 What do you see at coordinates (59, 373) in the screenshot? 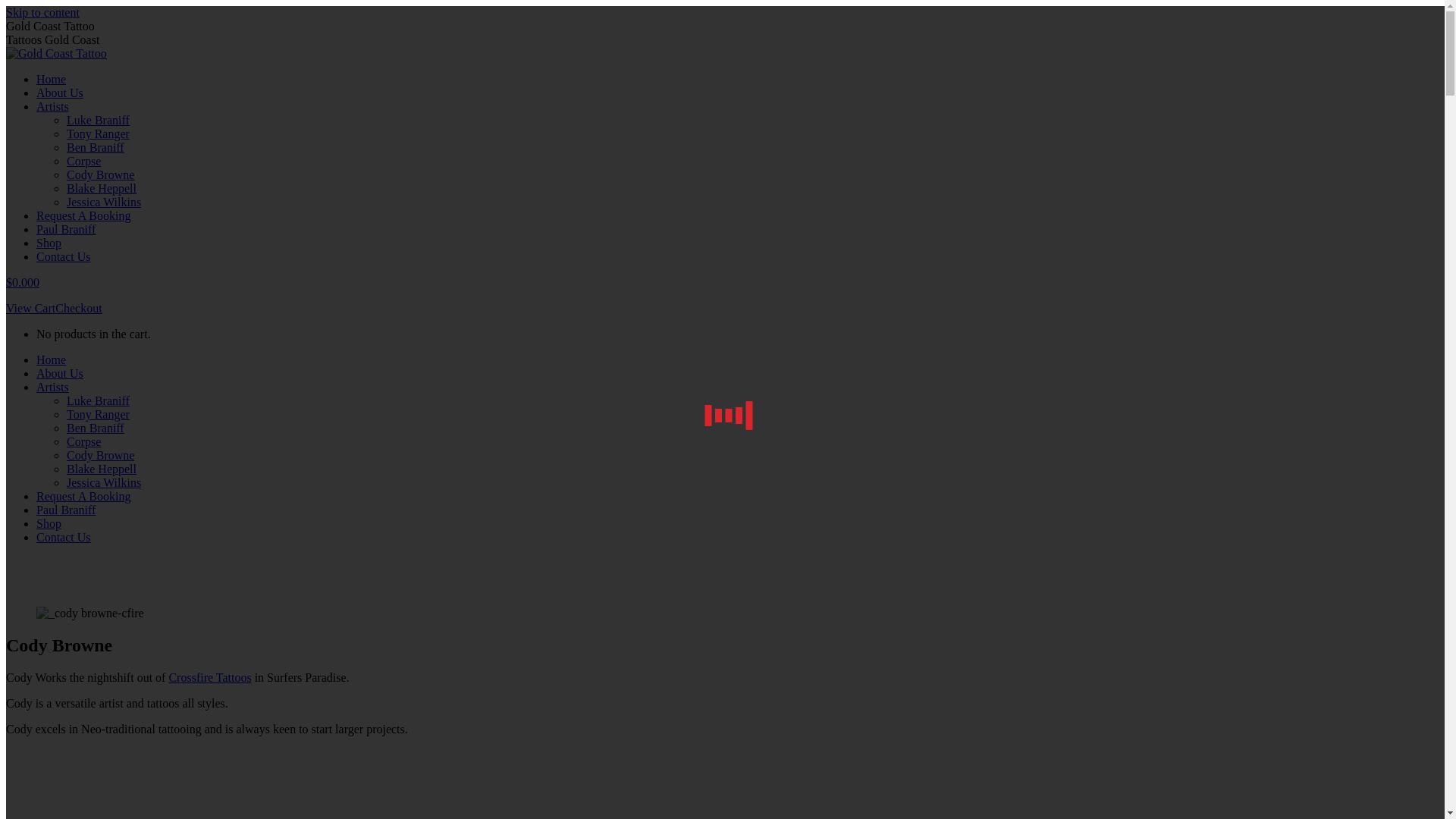
I see `'About Us'` at bounding box center [59, 373].